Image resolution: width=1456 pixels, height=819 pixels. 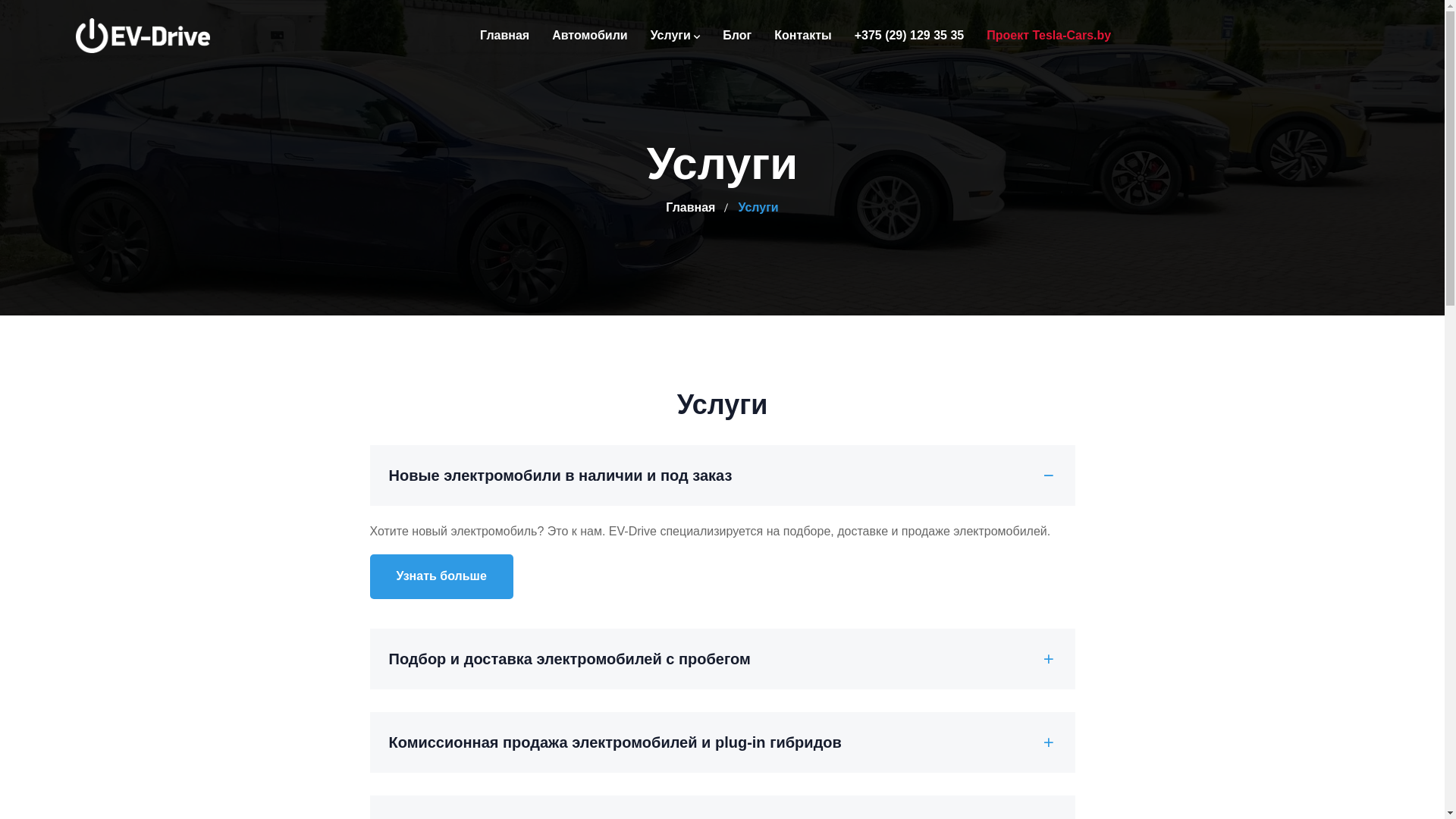 I want to click on '+375 (29) 129 35 35', so click(x=909, y=34).